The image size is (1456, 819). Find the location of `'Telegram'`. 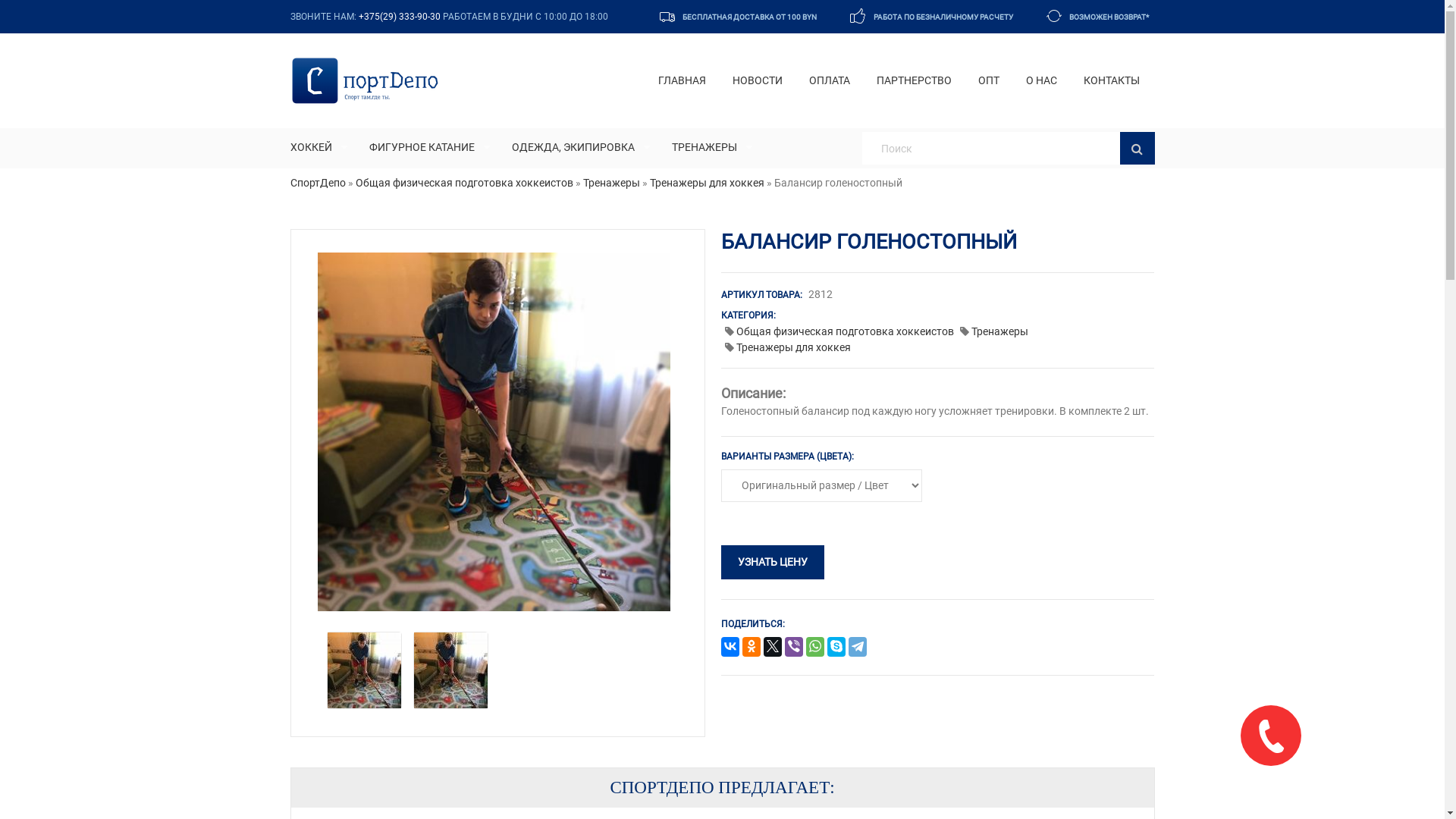

'Telegram' is located at coordinates (858, 647).